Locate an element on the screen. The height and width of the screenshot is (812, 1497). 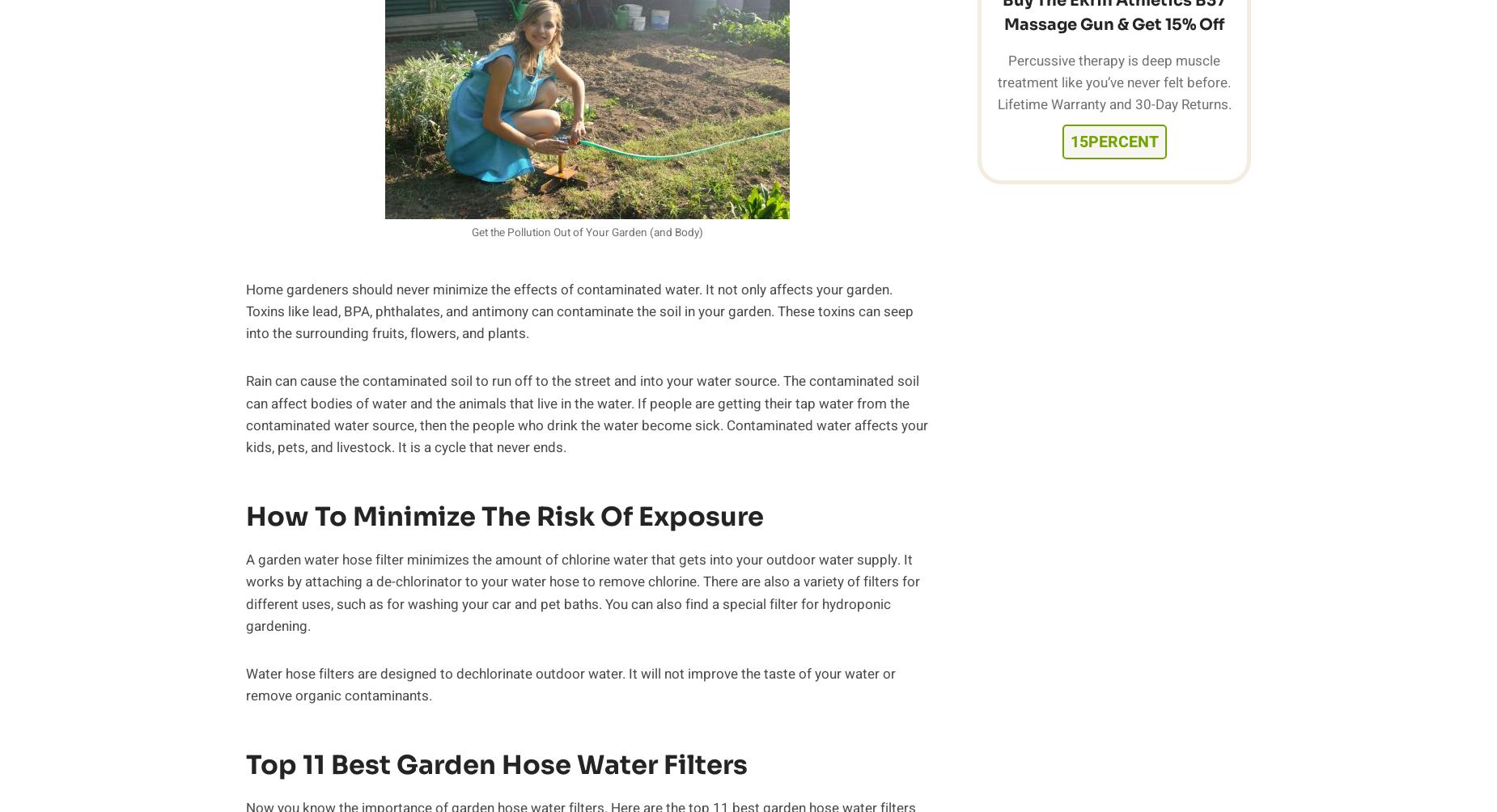
'Top 11 Best Garden Hose Water Filters' is located at coordinates (497, 763).